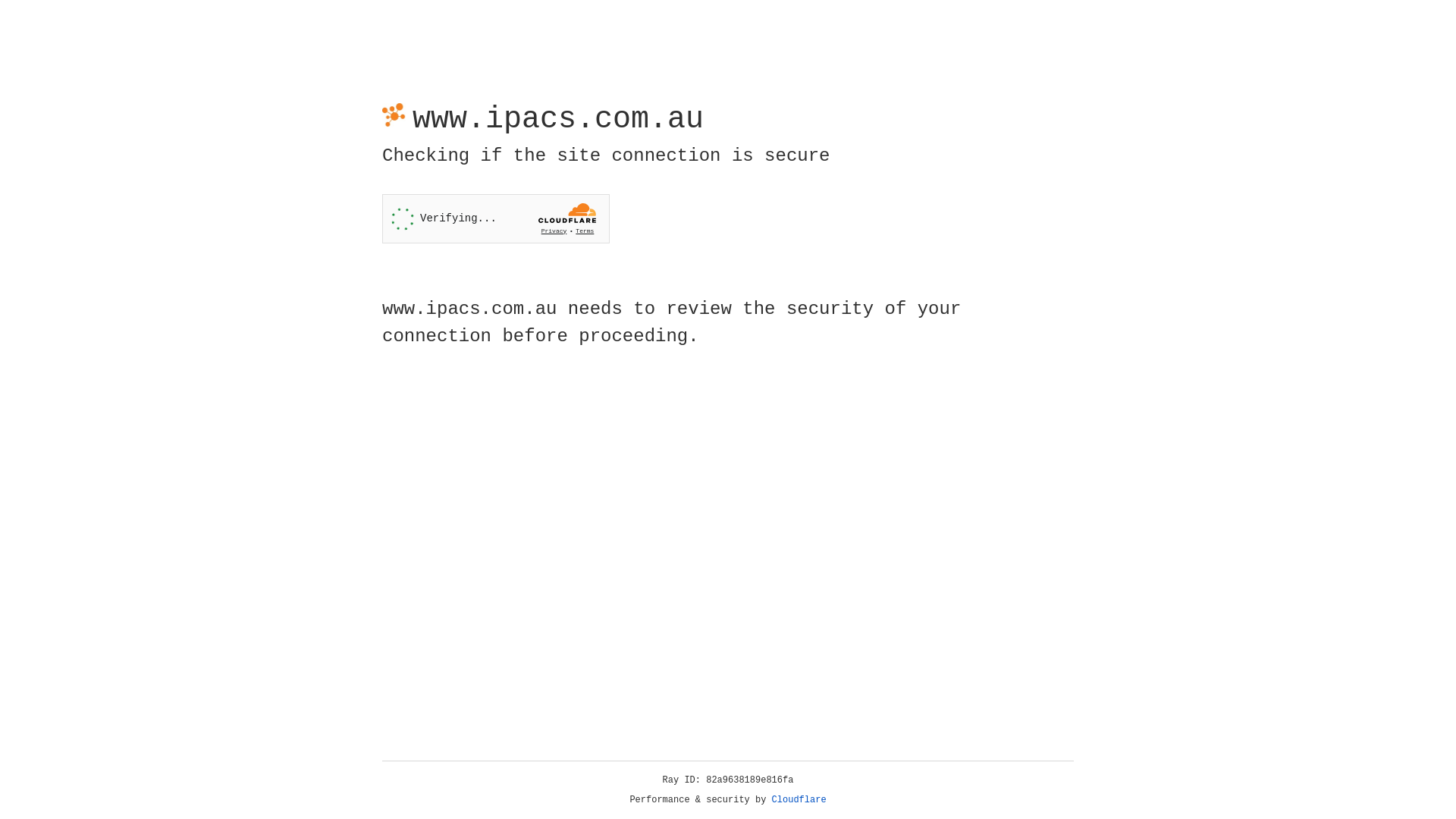  I want to click on 'Cloudflare', so click(771, 799).